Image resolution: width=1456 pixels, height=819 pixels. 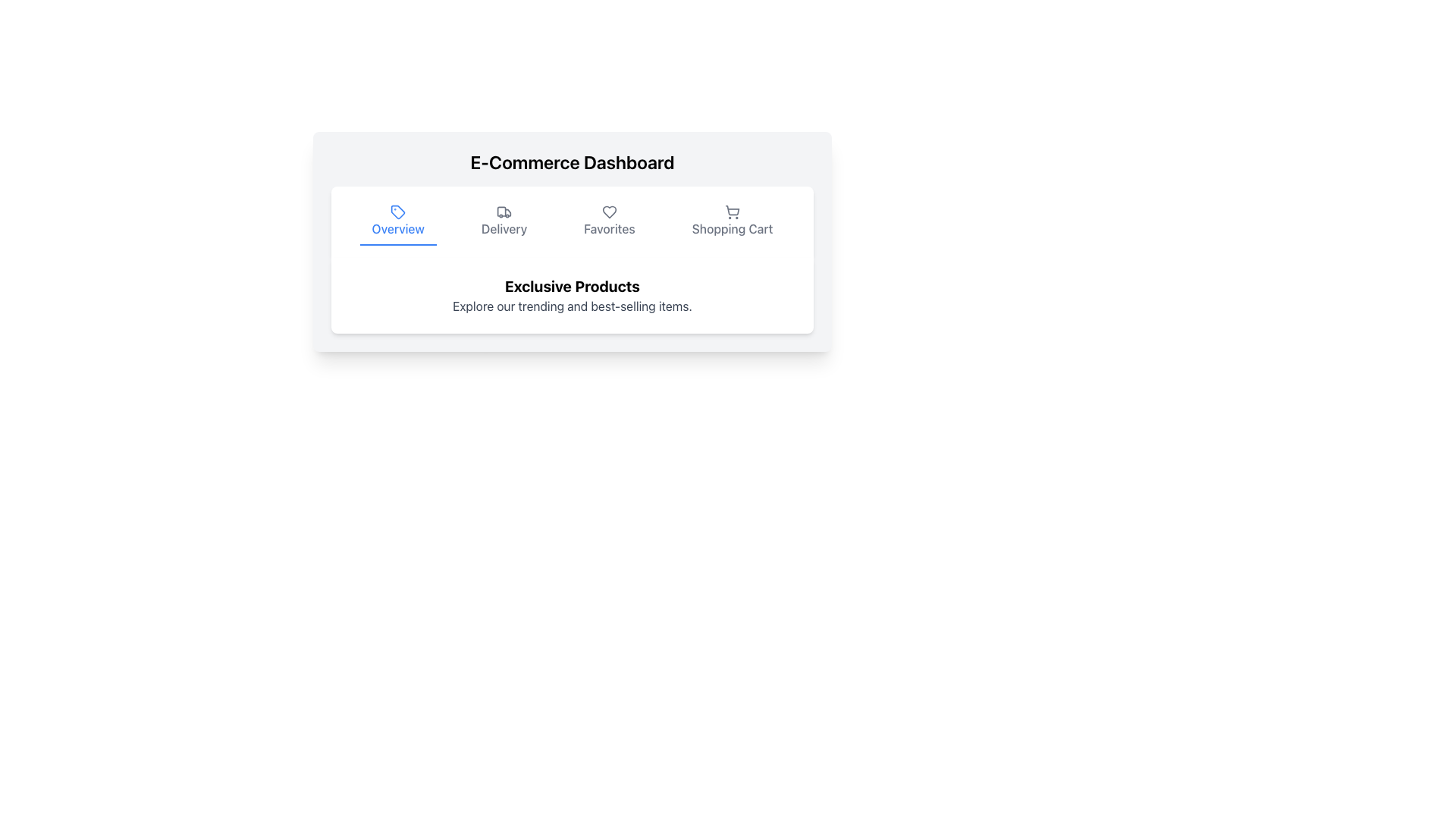 What do you see at coordinates (504, 222) in the screenshot?
I see `the 'Delivery' button, which features a delivery truck icon above the text` at bounding box center [504, 222].